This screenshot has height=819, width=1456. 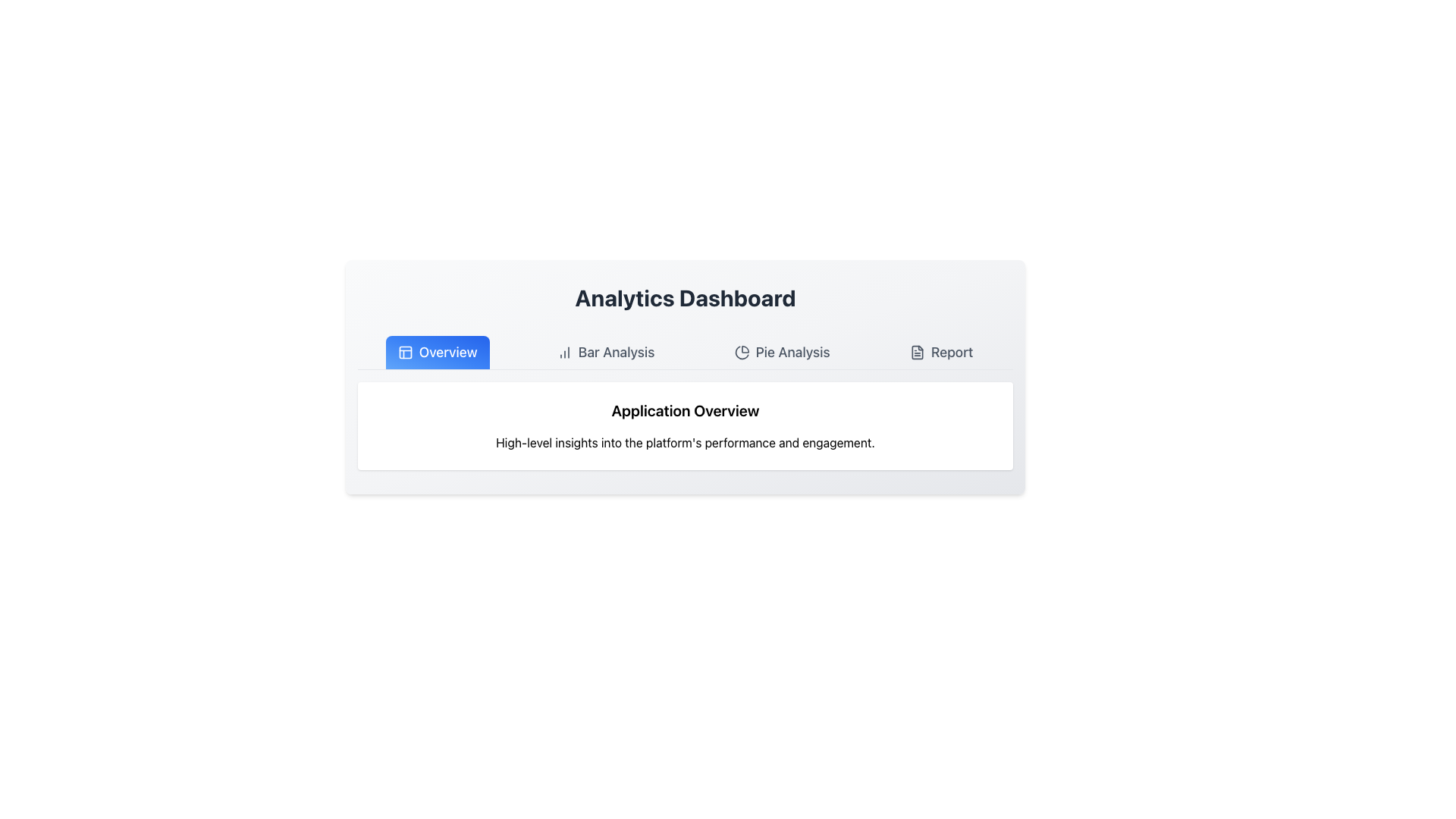 What do you see at coordinates (605, 353) in the screenshot?
I see `the 'Bar Analysis' button in the horizontal navigation bar located under the 'Analytics Dashboard' heading` at bounding box center [605, 353].